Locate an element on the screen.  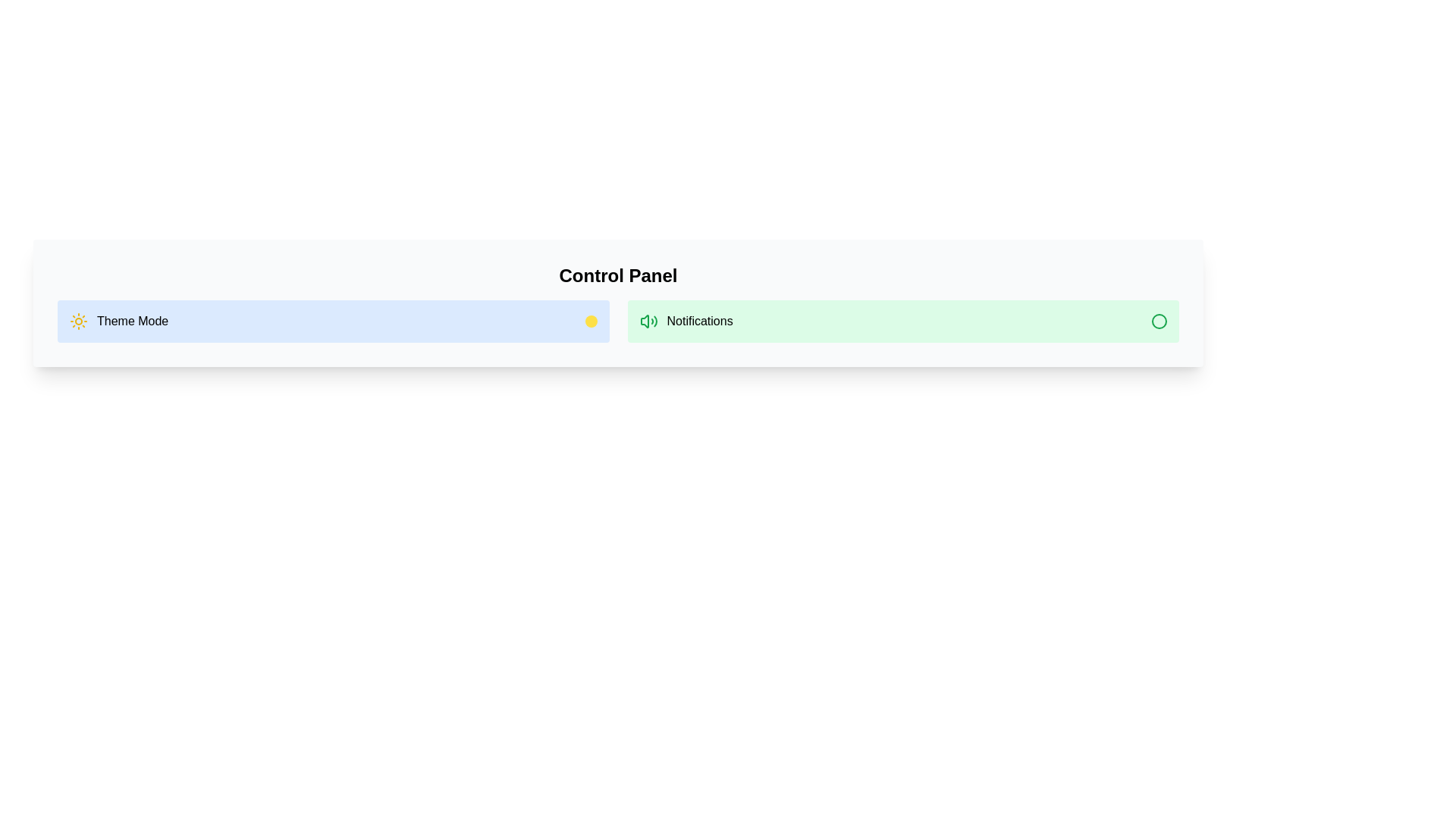
the circular yellow button located in the 'Theme Mode' section is located at coordinates (590, 321).